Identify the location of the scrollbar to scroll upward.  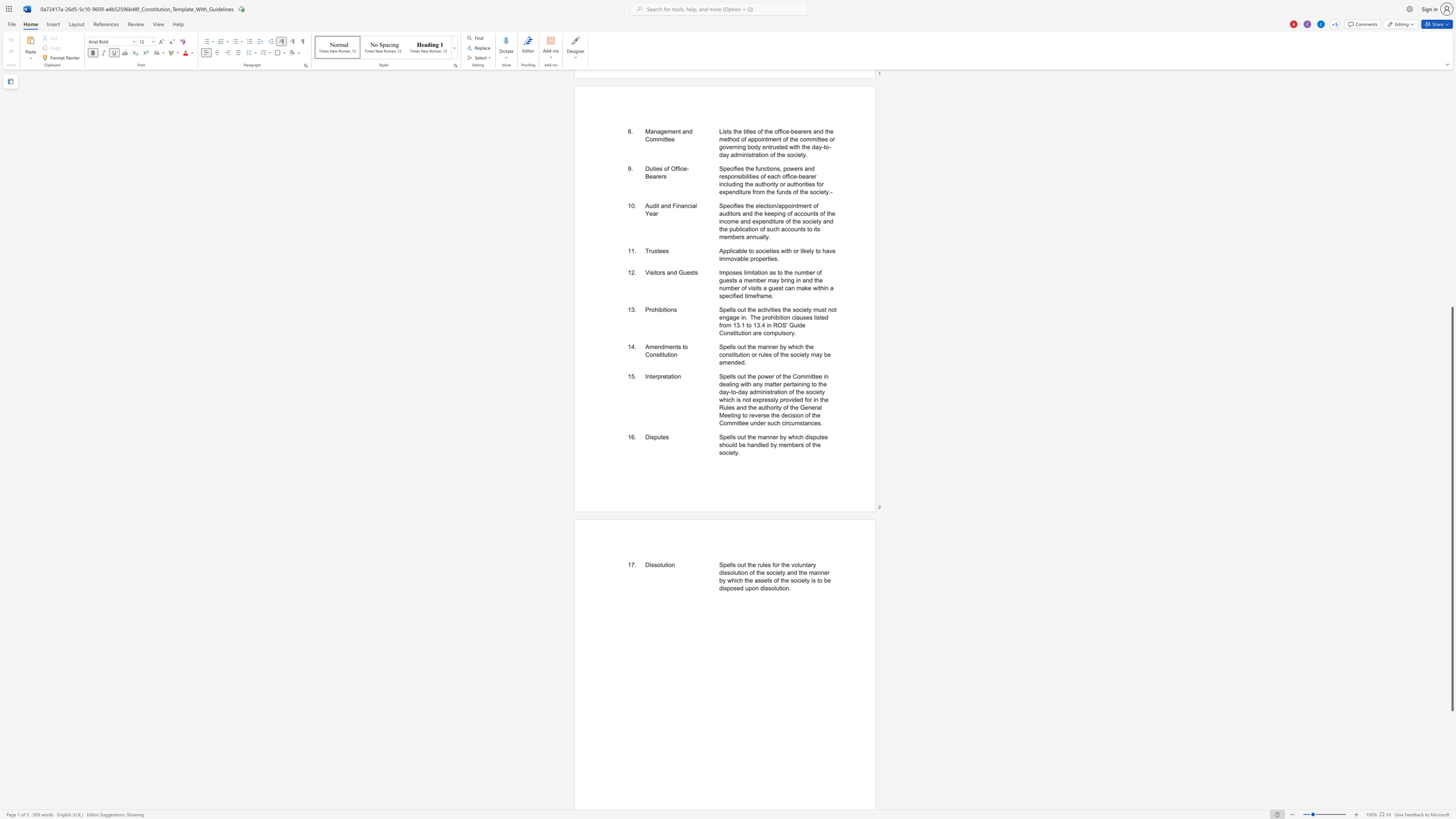
(1451, 125).